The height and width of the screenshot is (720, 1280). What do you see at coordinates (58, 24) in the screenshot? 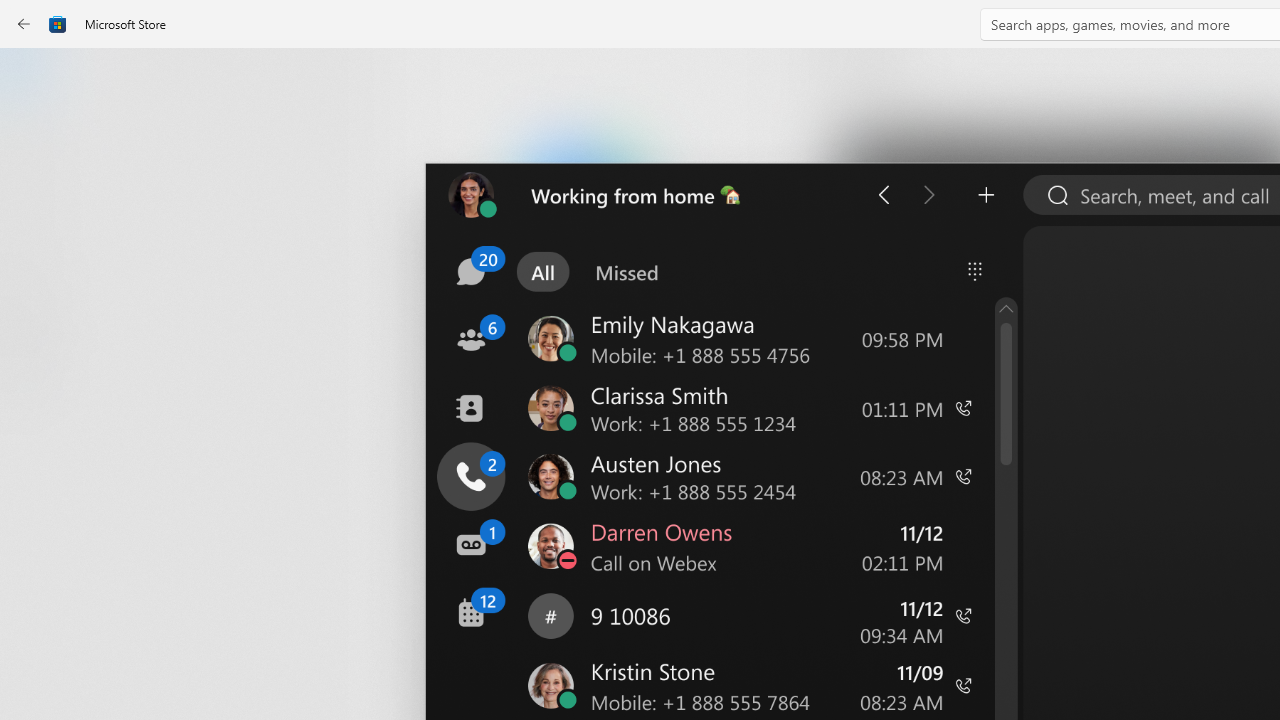
I see `'Class: Image'` at bounding box center [58, 24].